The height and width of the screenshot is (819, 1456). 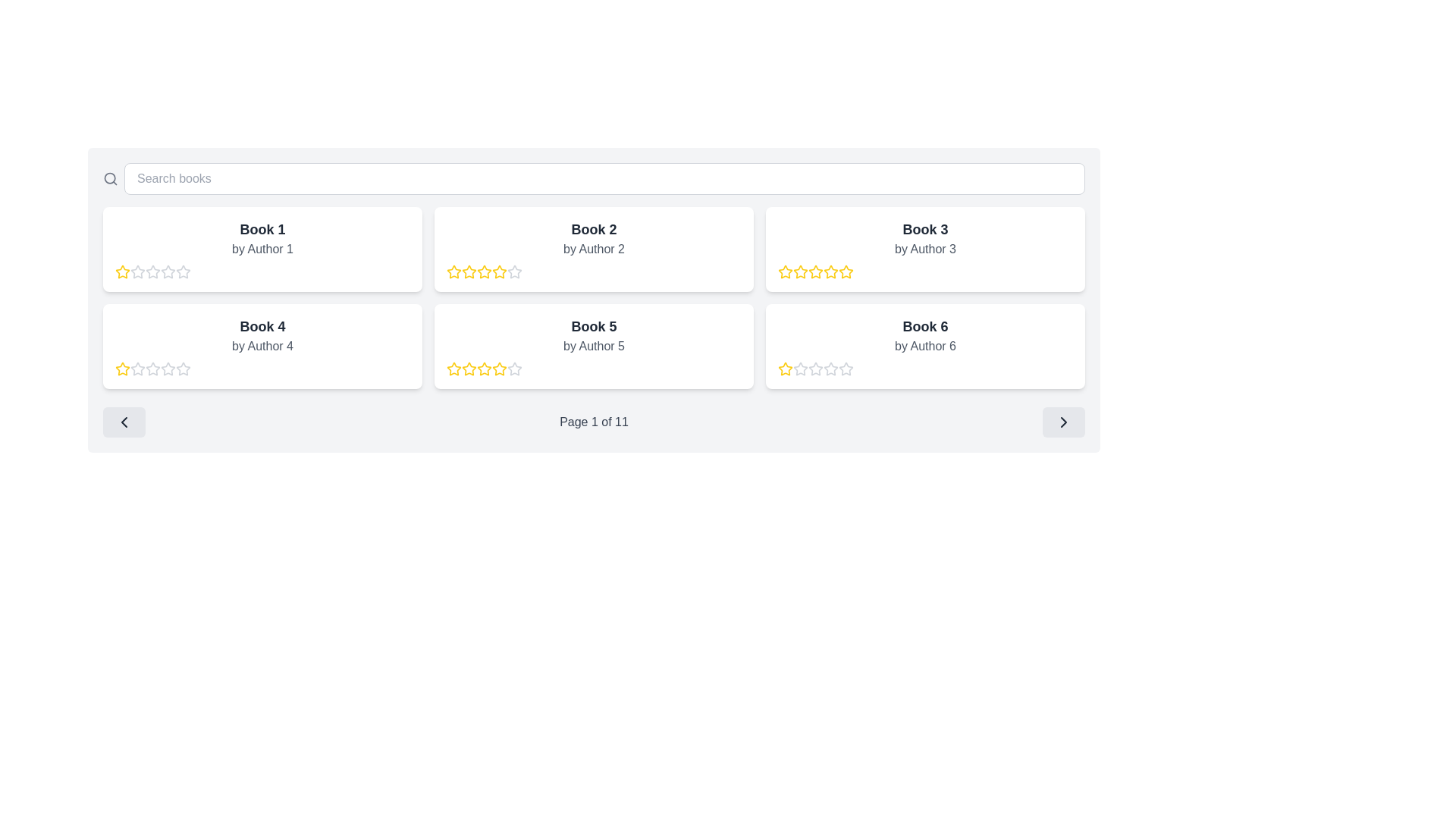 I want to click on the fourth star-shaped rating icon with a yellow outline and white fill located under the 'Book 2' section in the book grid, so click(x=483, y=271).